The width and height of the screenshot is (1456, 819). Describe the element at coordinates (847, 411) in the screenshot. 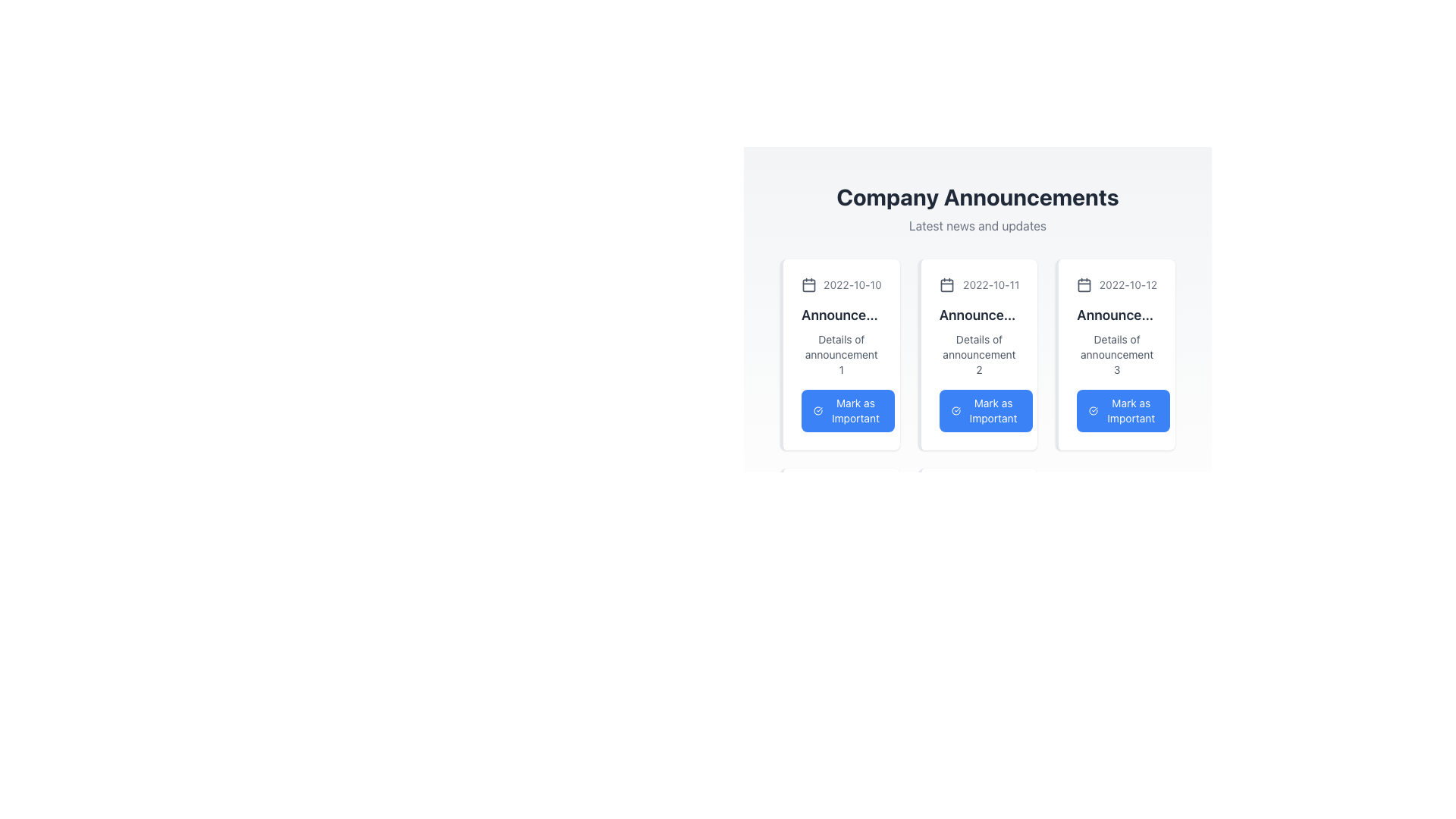

I see `the 'Mark as Important' button, which has a bright blue background and white text, positioned at the bottom of the leftmost announcement card under 'Company Announcements'` at that location.